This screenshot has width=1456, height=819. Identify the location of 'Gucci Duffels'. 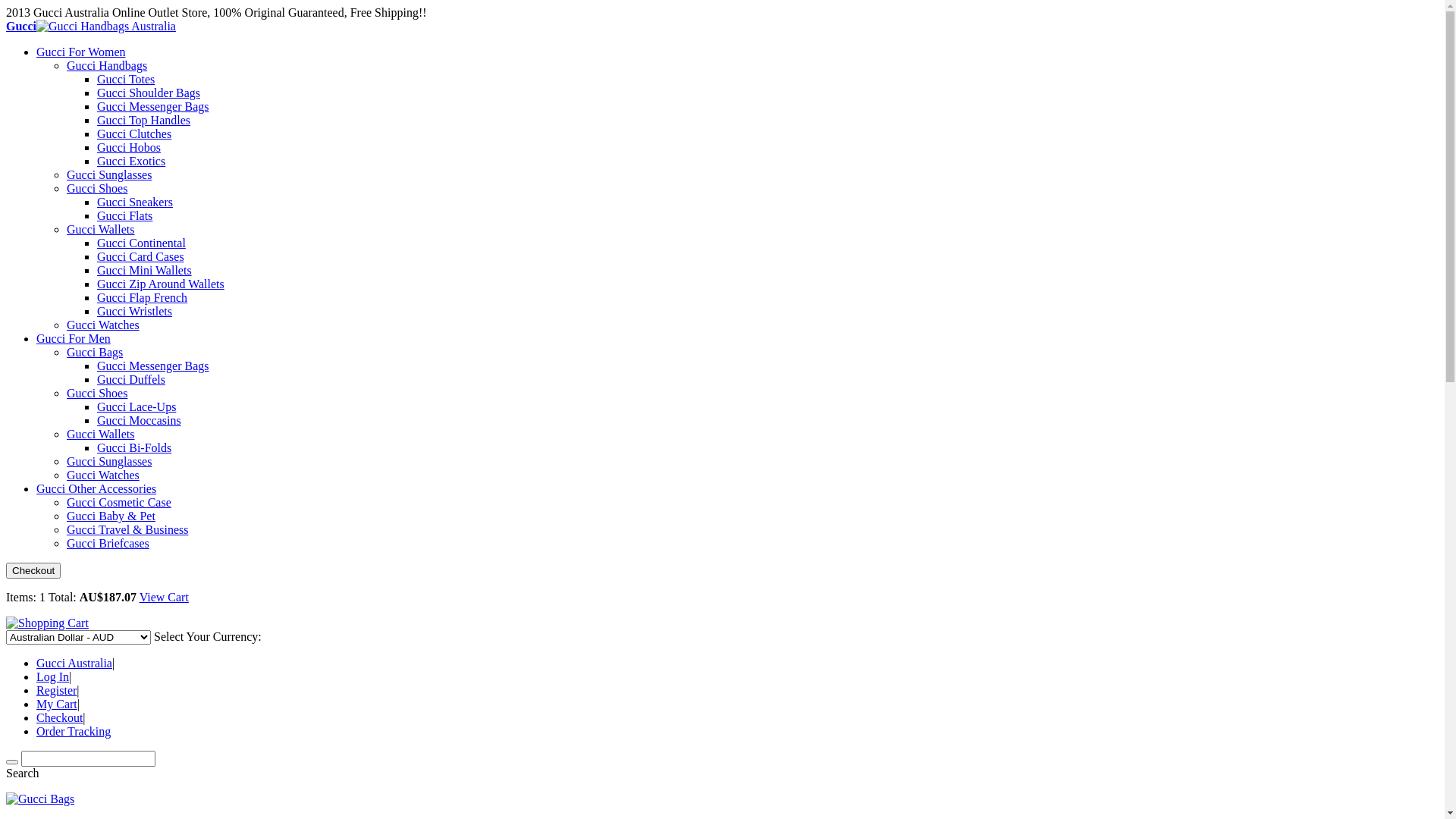
(130, 378).